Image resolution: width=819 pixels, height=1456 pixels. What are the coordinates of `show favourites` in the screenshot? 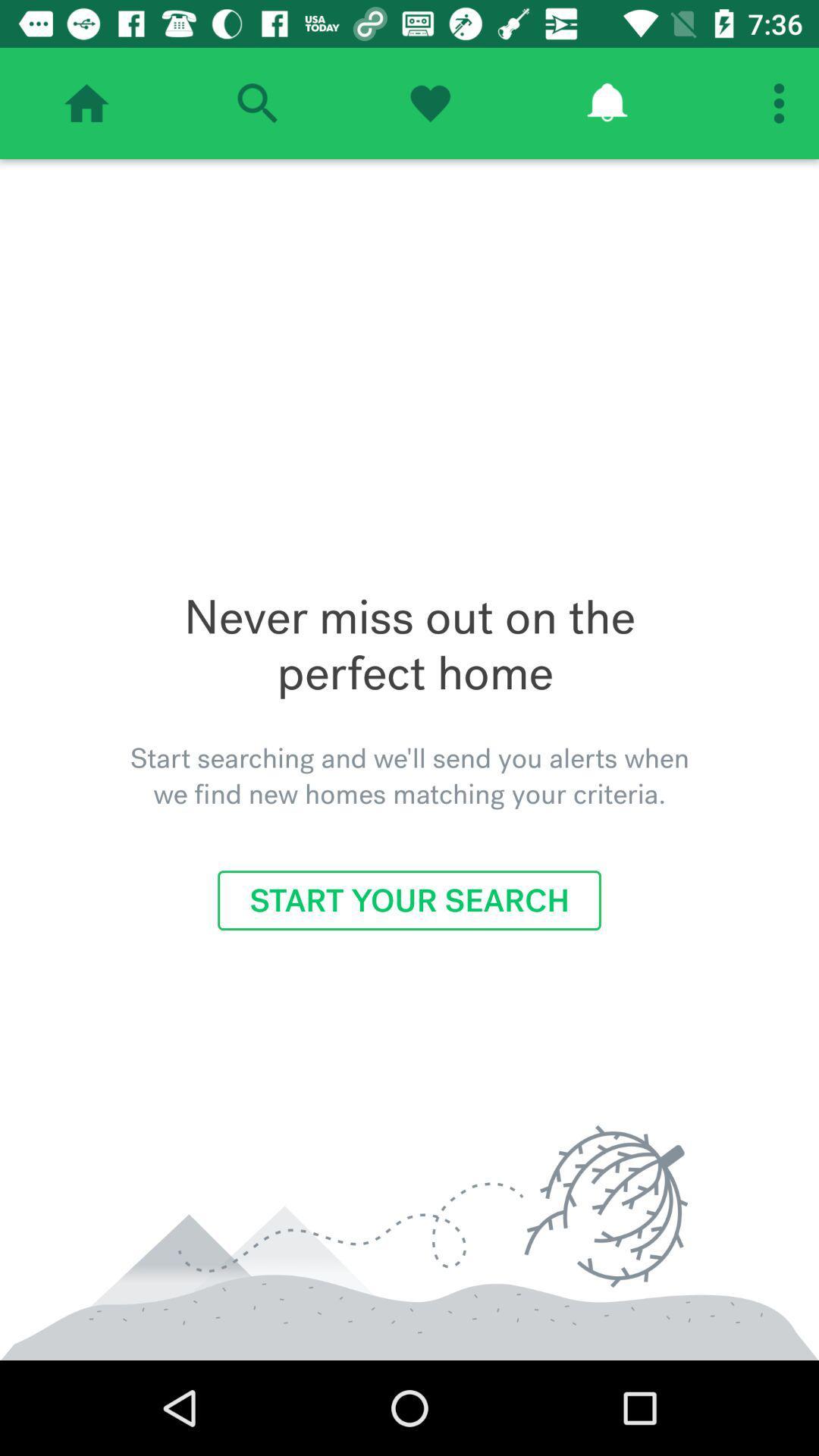 It's located at (430, 102).